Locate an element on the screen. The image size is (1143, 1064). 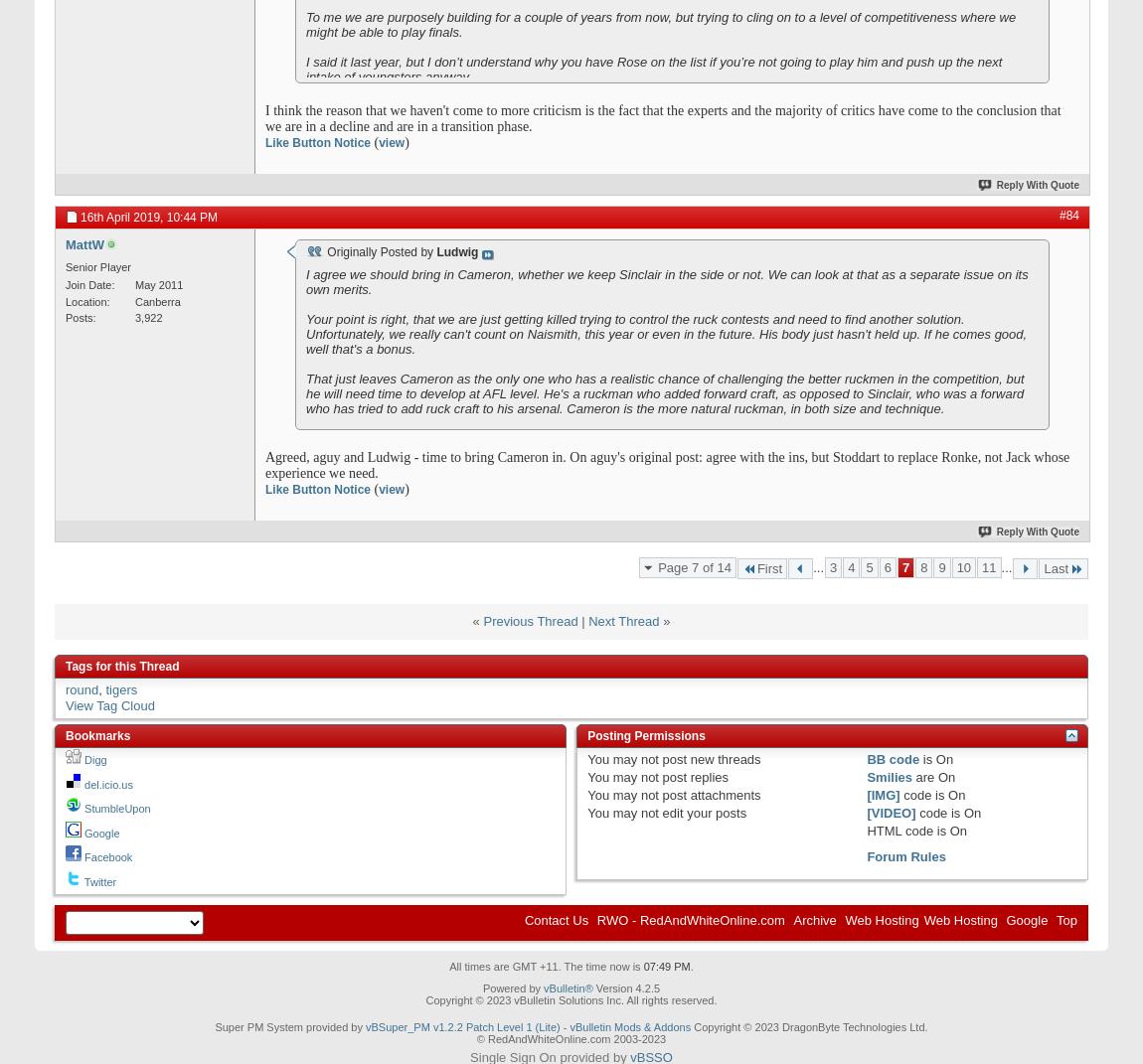
'Version 4.2.5' is located at coordinates (624, 987).